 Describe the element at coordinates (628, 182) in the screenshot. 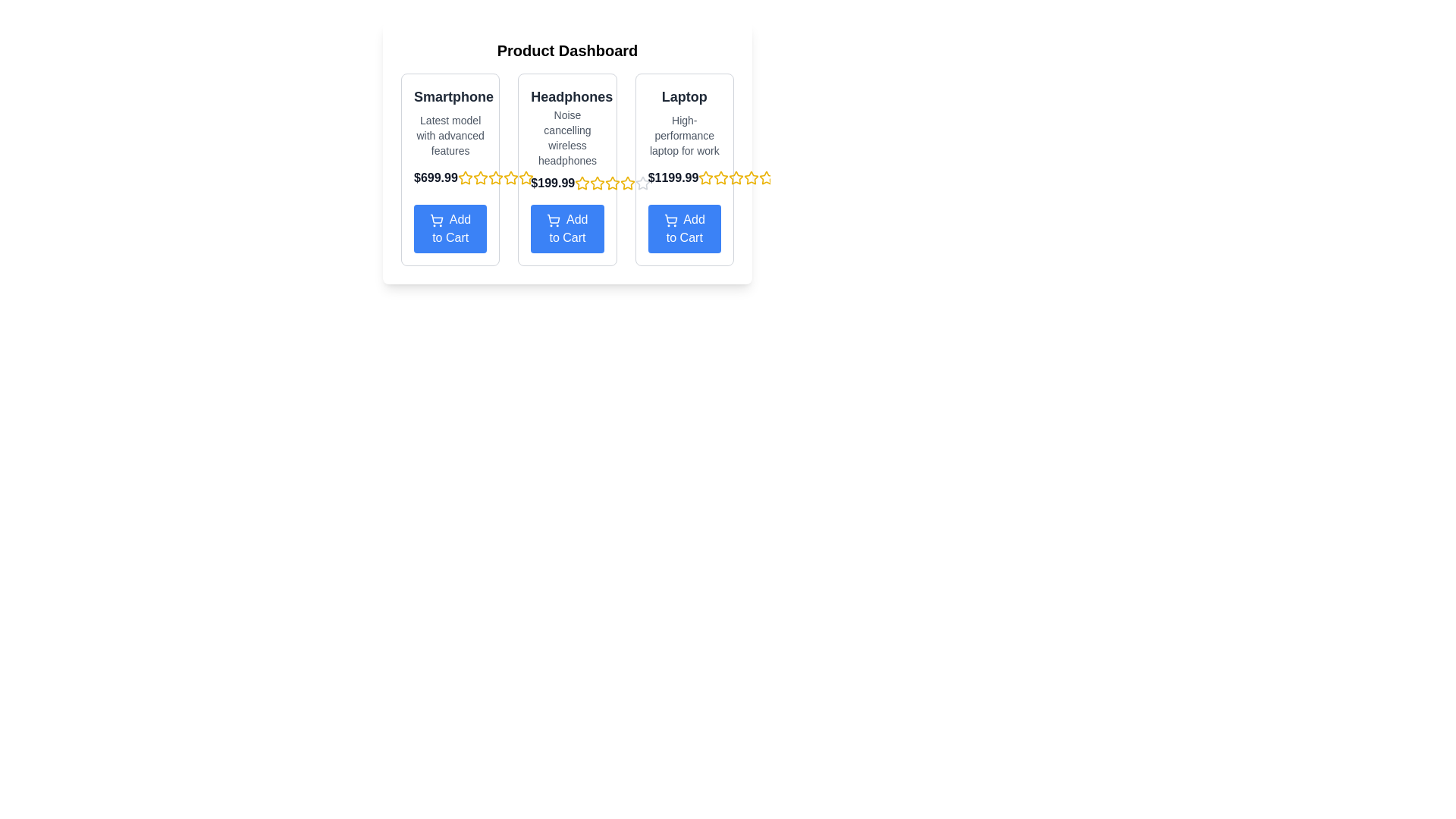

I see `the thirteenth yellow star icon in the rating system located below the price of the third product 'Laptop' in the product dashboard` at that location.